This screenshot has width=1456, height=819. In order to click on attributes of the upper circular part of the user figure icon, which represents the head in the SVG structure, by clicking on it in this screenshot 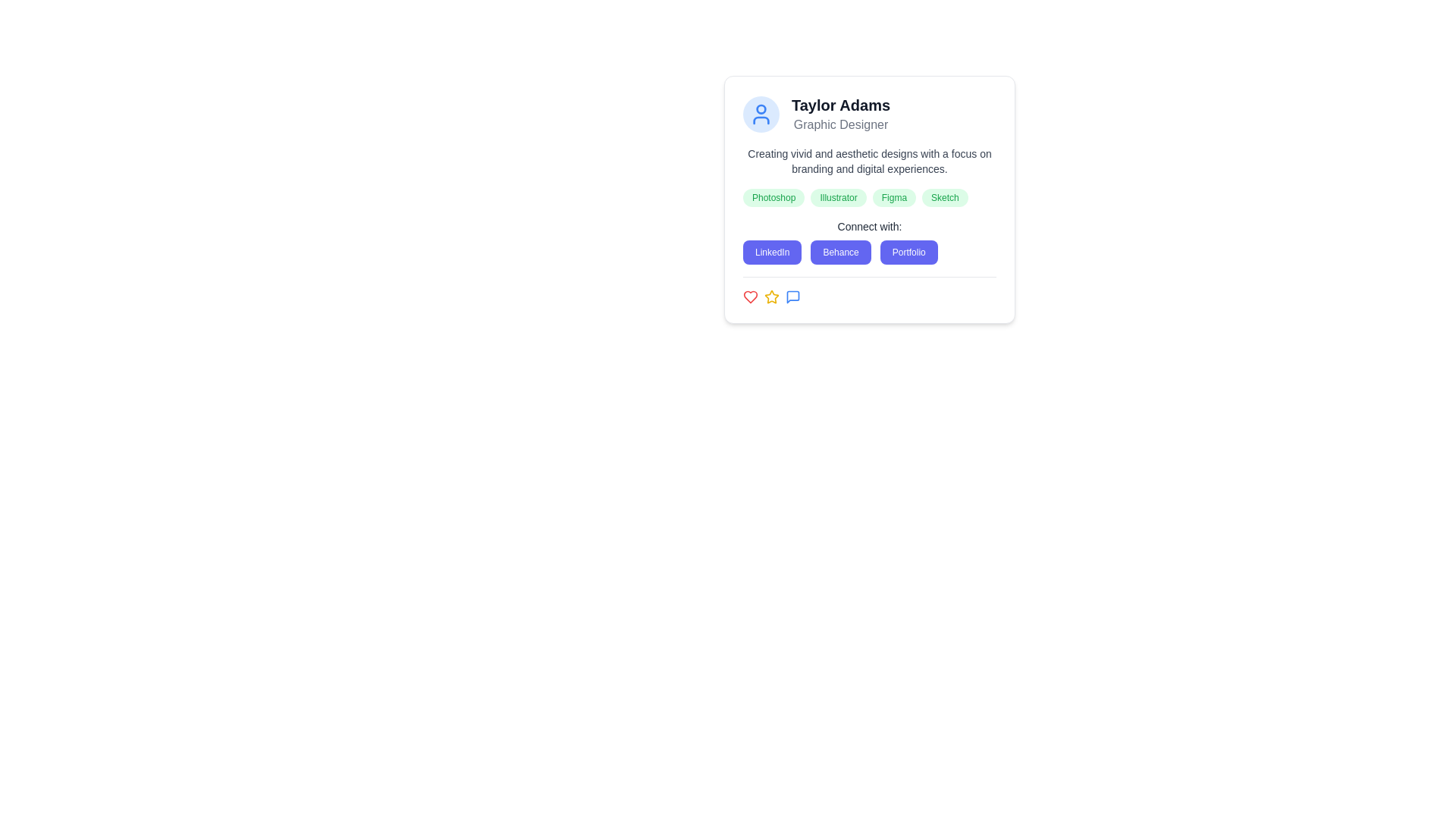, I will do `click(761, 108)`.